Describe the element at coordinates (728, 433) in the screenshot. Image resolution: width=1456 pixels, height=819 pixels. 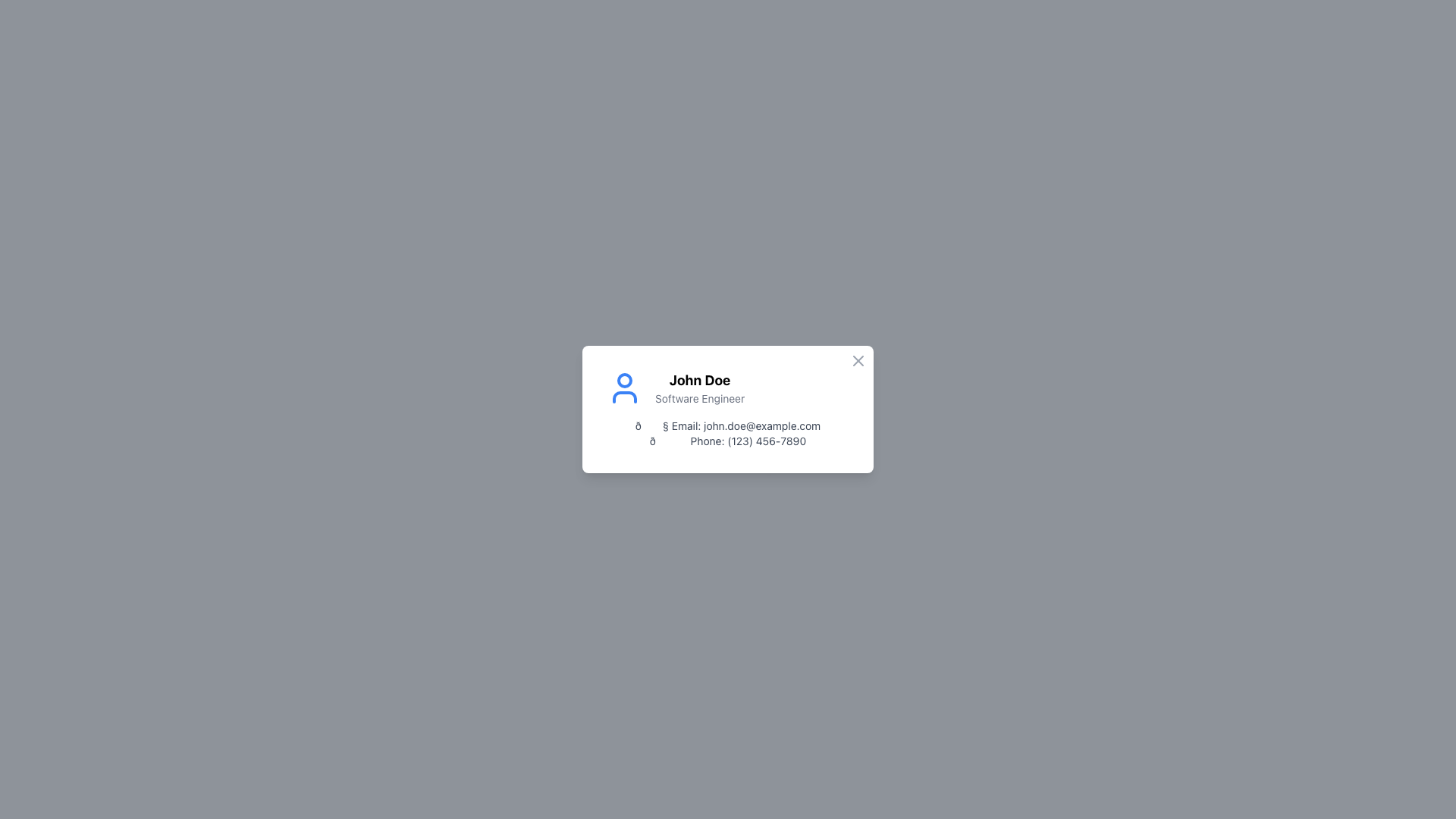
I see `the Text Block displaying contact information for 'John Doe', located below the name and title information` at that location.